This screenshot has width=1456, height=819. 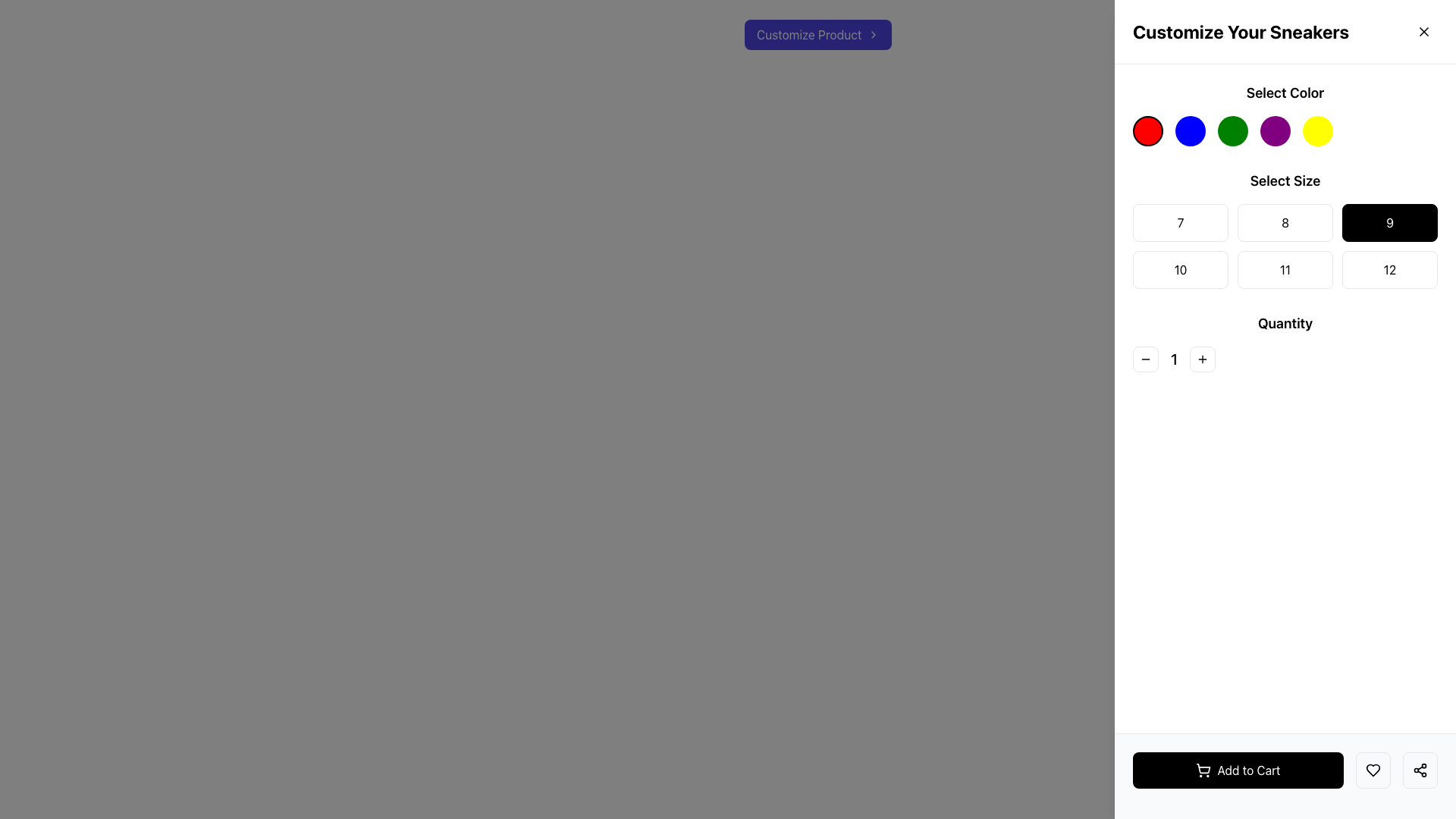 What do you see at coordinates (1284, 268) in the screenshot?
I see `the size '11' selection button located in the second row and second column under the 'Select Size' label in the grid layout` at bounding box center [1284, 268].